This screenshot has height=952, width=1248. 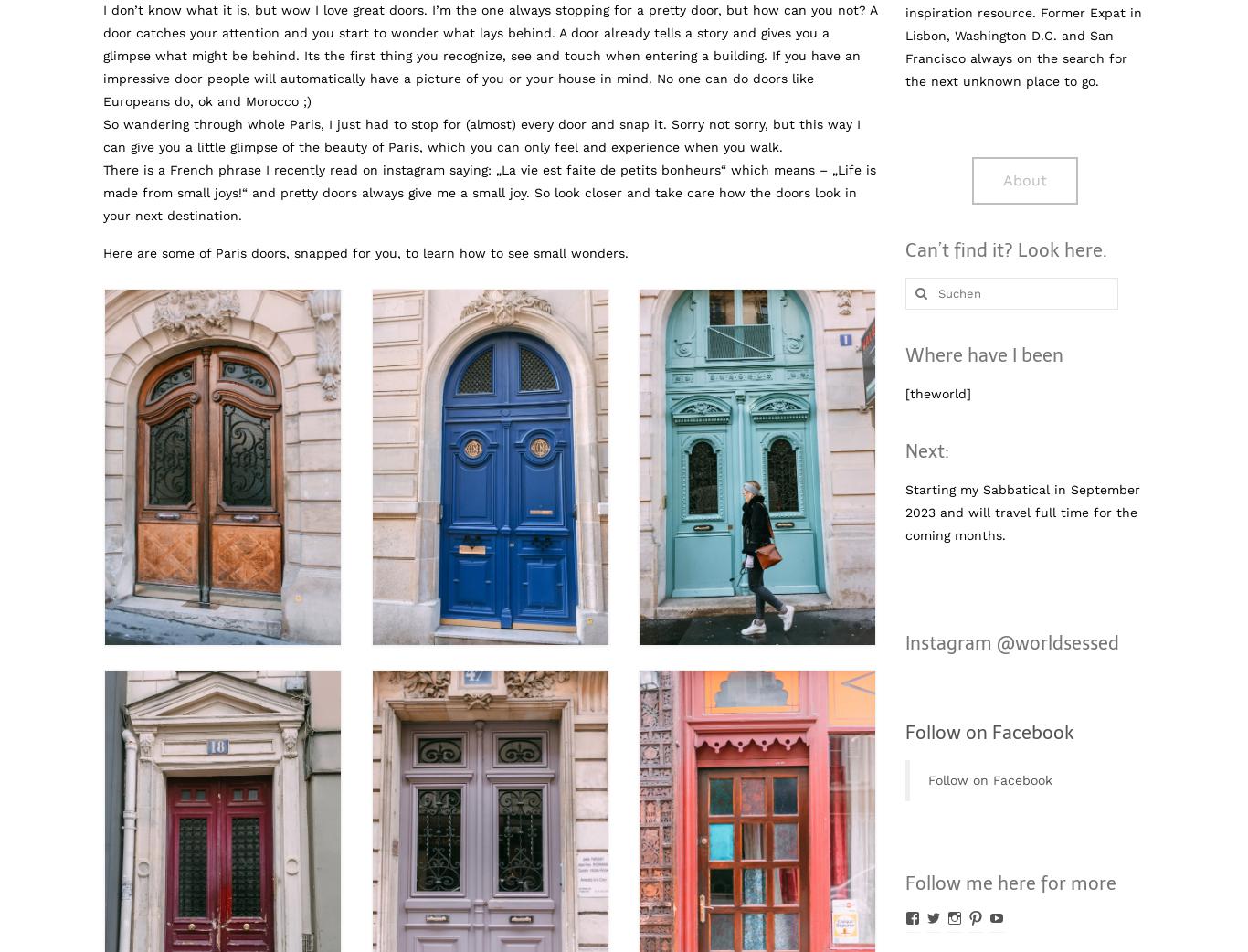 I want to click on 'Can’t find it? Look here.', so click(x=1004, y=249).